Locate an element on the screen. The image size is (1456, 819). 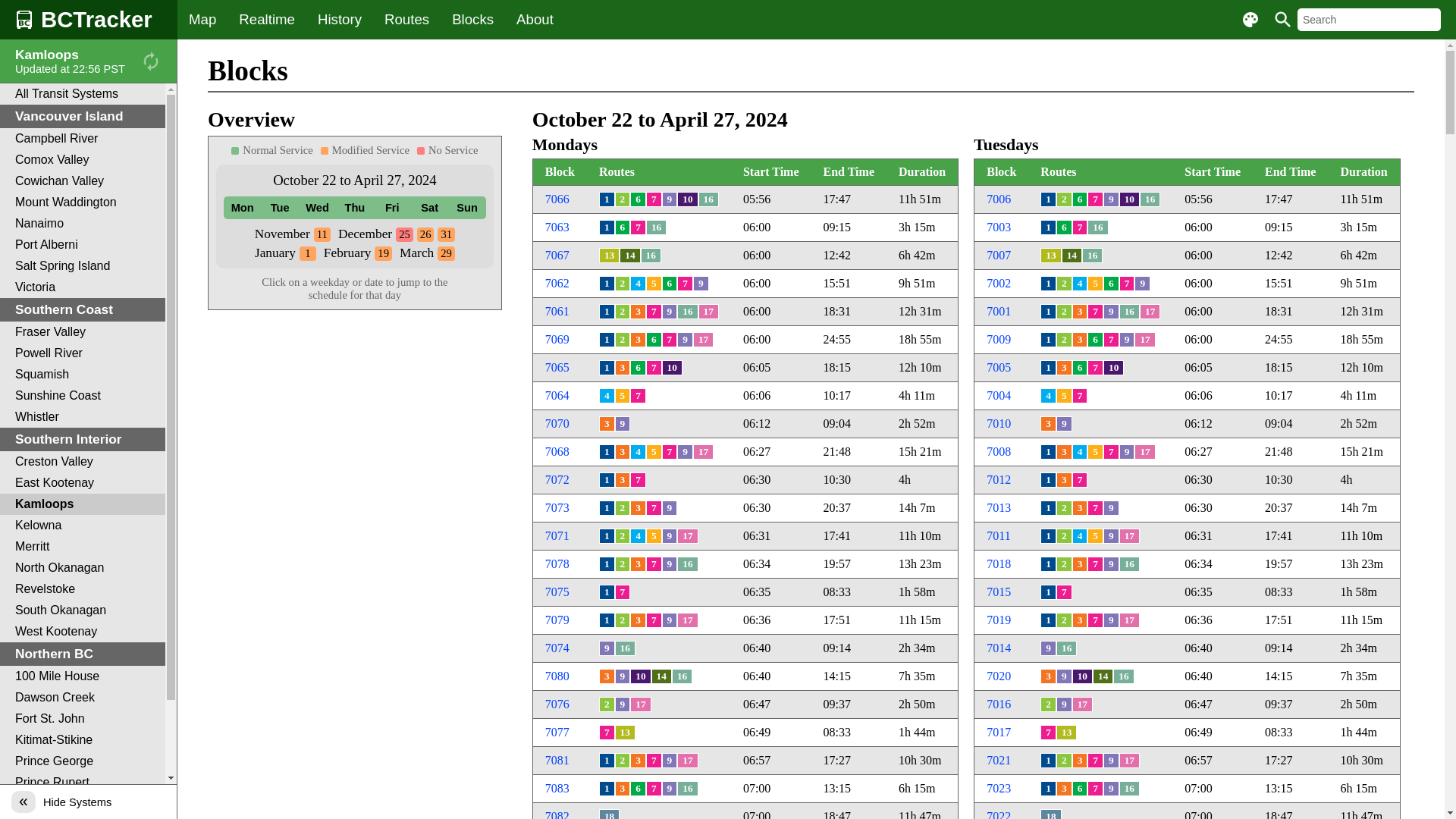
'9' is located at coordinates (1142, 284).